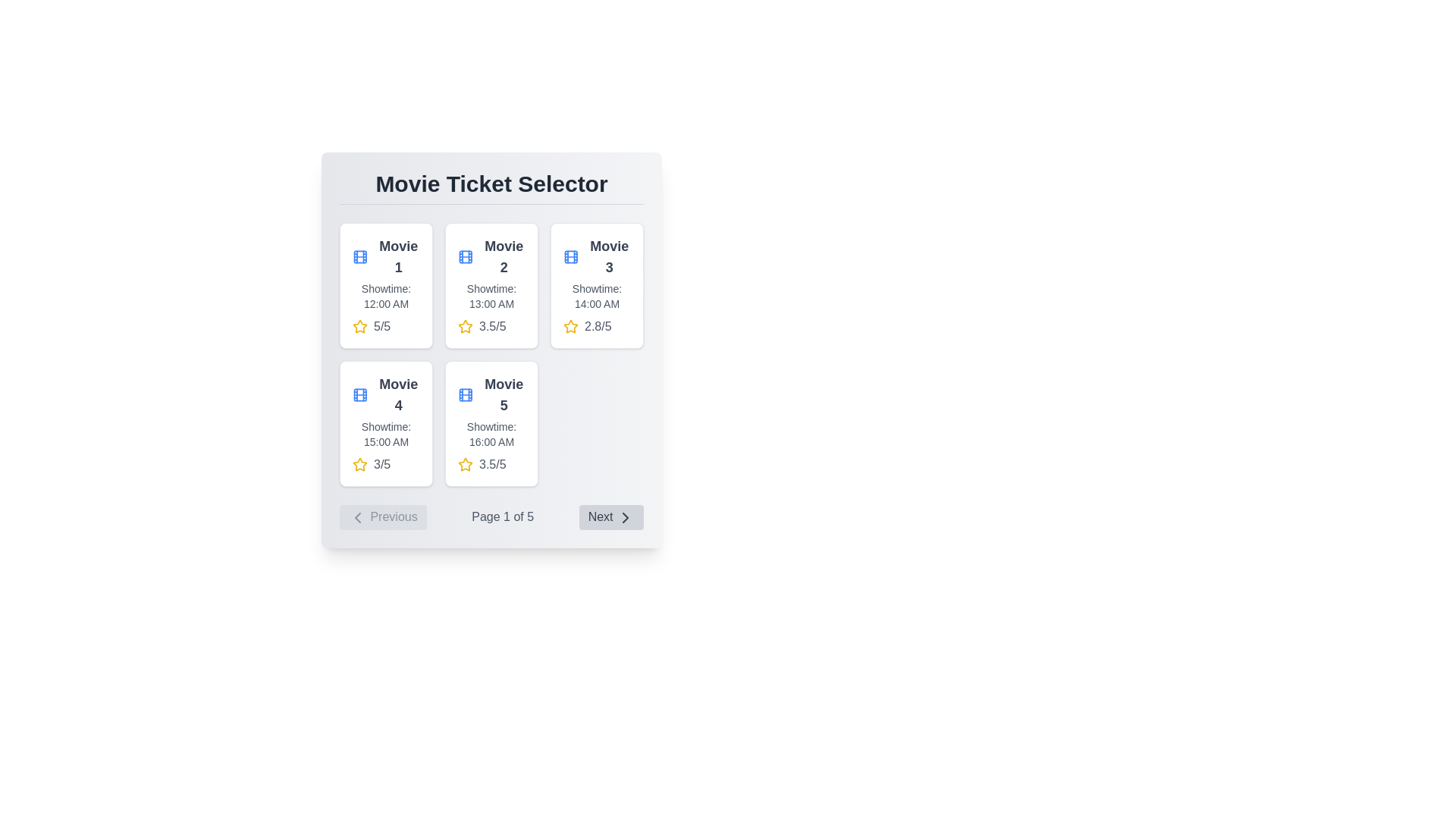  I want to click on the movie card located in the lower right corner of the 3x2 grid, which presents detailed information about a movie including its title, showtime, and rating, so click(491, 424).